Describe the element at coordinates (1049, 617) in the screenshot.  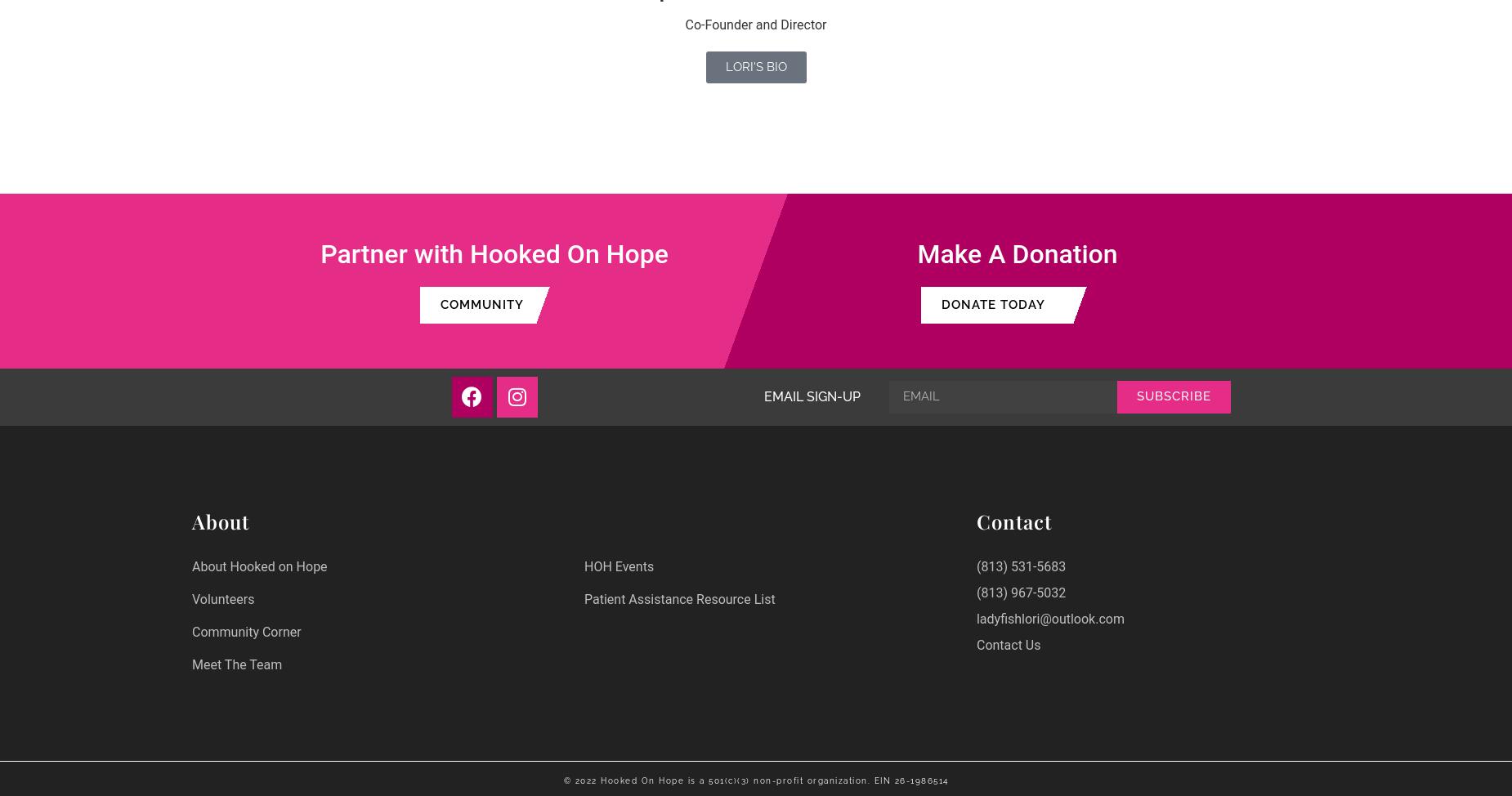
I see `'ladyfishlori@outlook.com'` at that location.